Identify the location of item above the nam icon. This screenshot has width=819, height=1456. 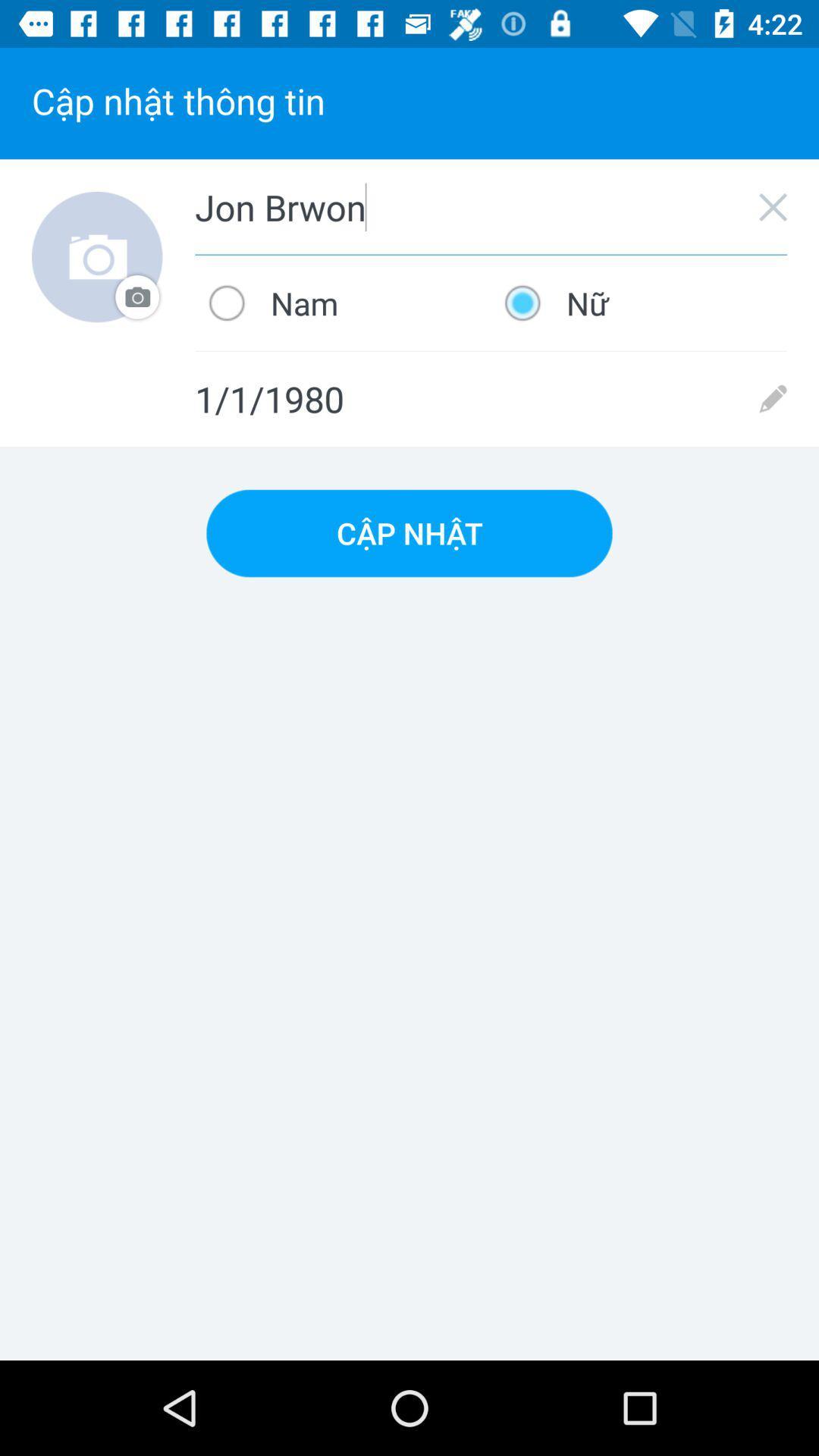
(491, 206).